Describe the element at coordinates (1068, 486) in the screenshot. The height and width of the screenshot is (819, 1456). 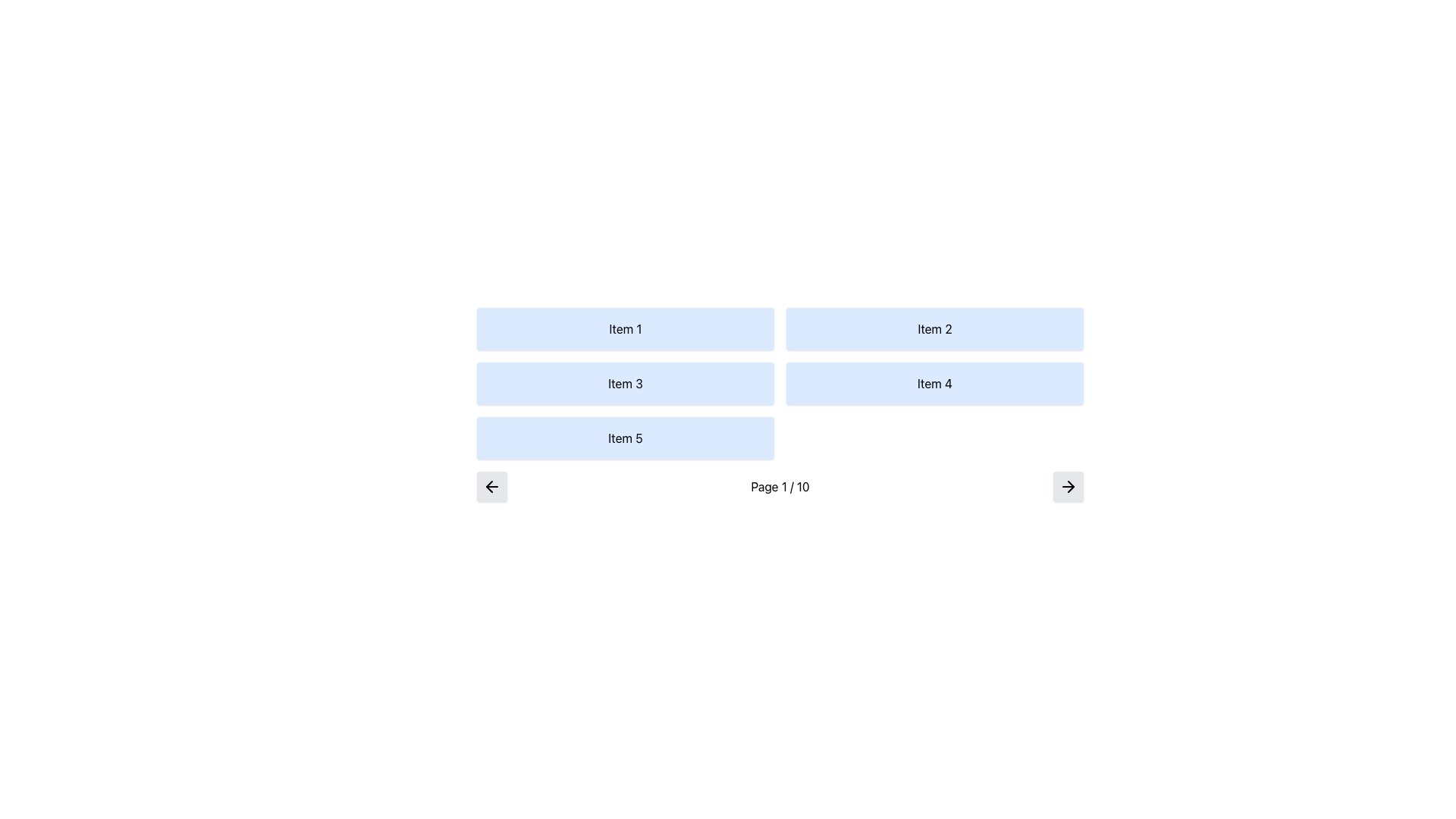
I see `the navigation button located in the bottom-right corner of the interface to move to the next page` at that location.